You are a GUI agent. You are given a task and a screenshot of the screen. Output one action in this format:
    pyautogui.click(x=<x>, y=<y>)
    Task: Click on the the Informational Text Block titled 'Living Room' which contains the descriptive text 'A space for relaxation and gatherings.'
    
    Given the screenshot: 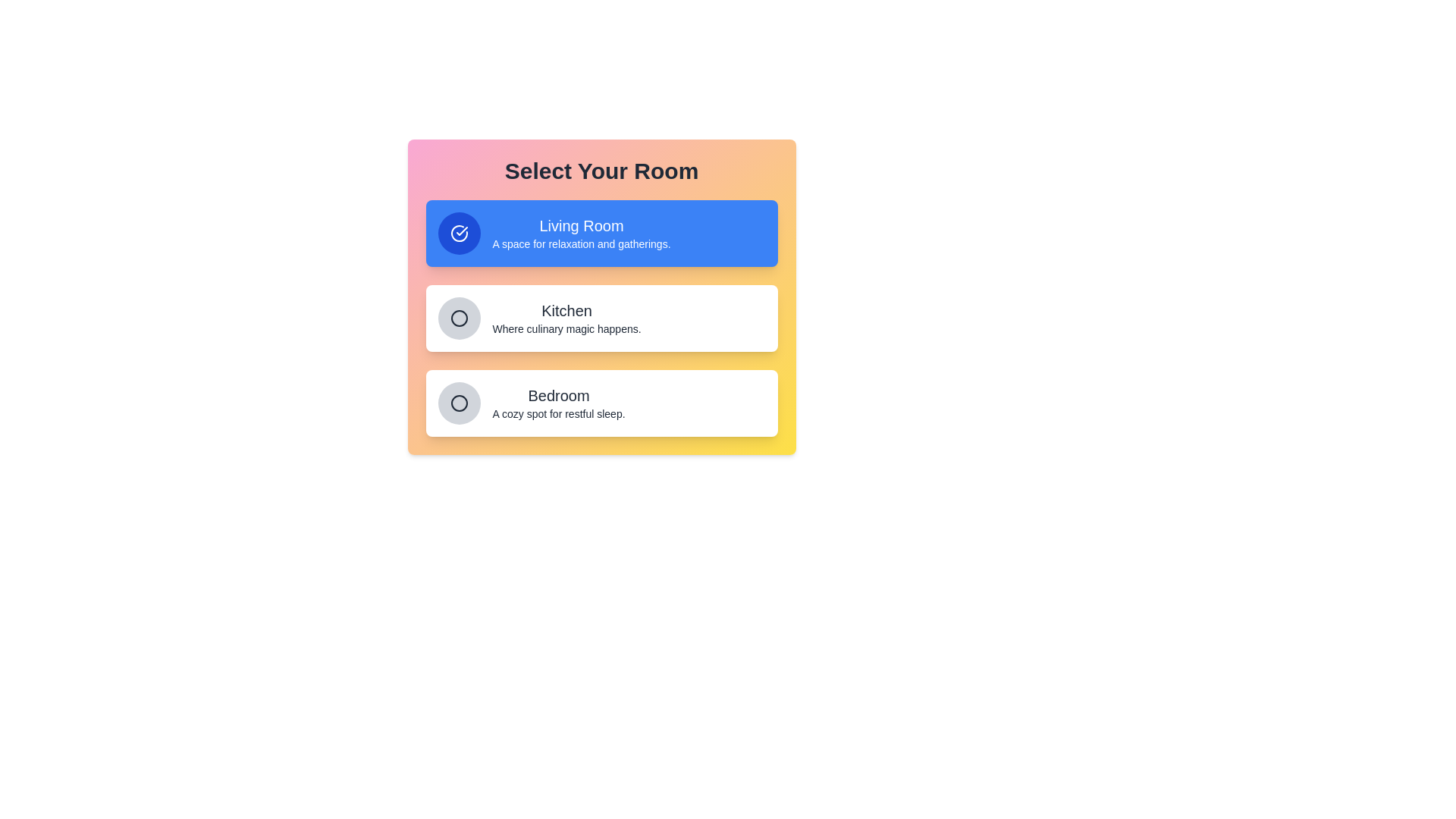 What is the action you would take?
    pyautogui.click(x=581, y=234)
    